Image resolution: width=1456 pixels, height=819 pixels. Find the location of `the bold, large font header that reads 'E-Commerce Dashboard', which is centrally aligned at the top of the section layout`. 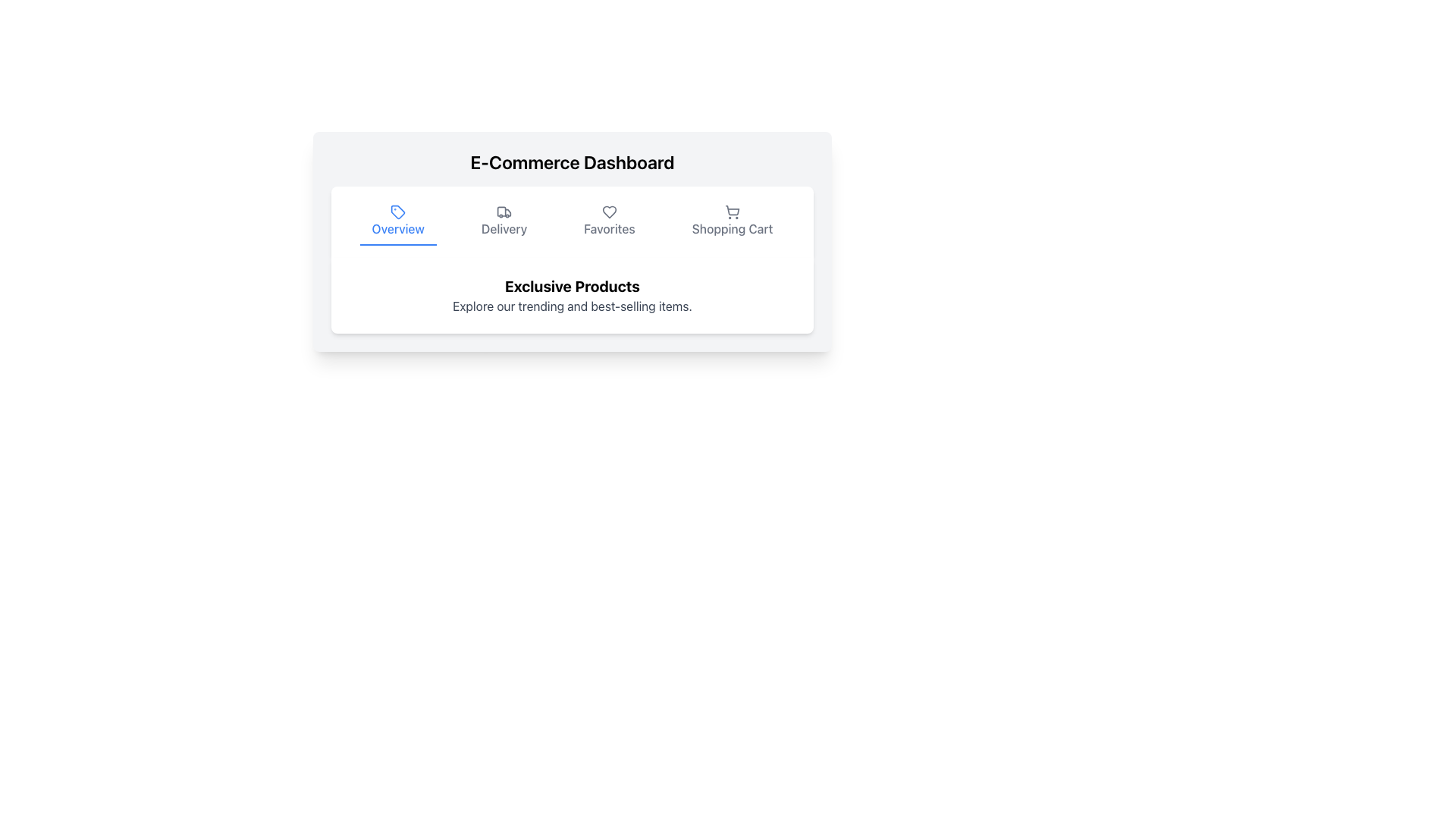

the bold, large font header that reads 'E-Commerce Dashboard', which is centrally aligned at the top of the section layout is located at coordinates (571, 162).